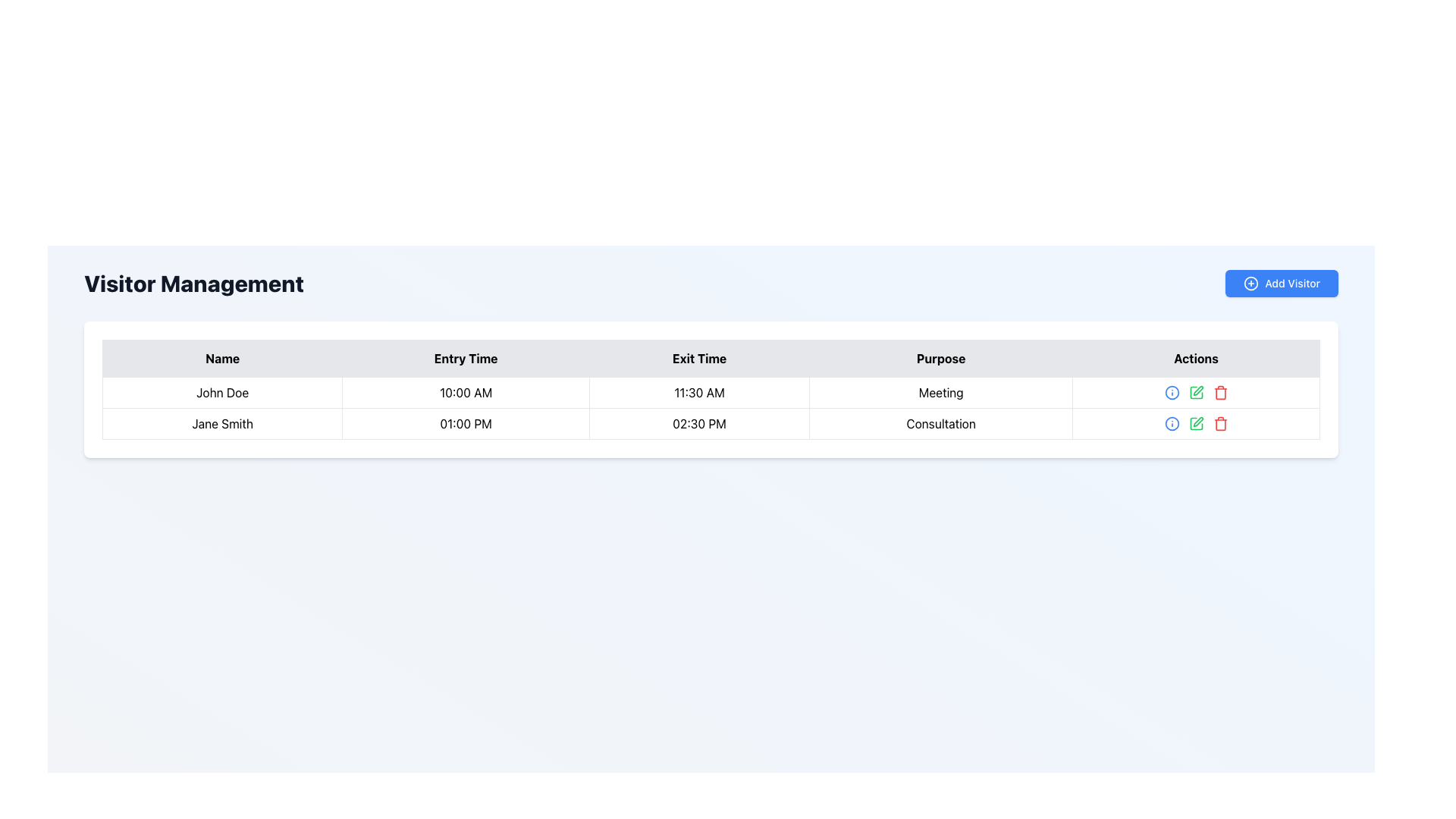  What do you see at coordinates (1291, 284) in the screenshot?
I see `the button labeled 'Add Visitor', which is styled in white text on a blue background and includes an icon of a circle with a plus sign to its left, located in the upper-right corner of the page above the 'Visitor Management' table` at bounding box center [1291, 284].